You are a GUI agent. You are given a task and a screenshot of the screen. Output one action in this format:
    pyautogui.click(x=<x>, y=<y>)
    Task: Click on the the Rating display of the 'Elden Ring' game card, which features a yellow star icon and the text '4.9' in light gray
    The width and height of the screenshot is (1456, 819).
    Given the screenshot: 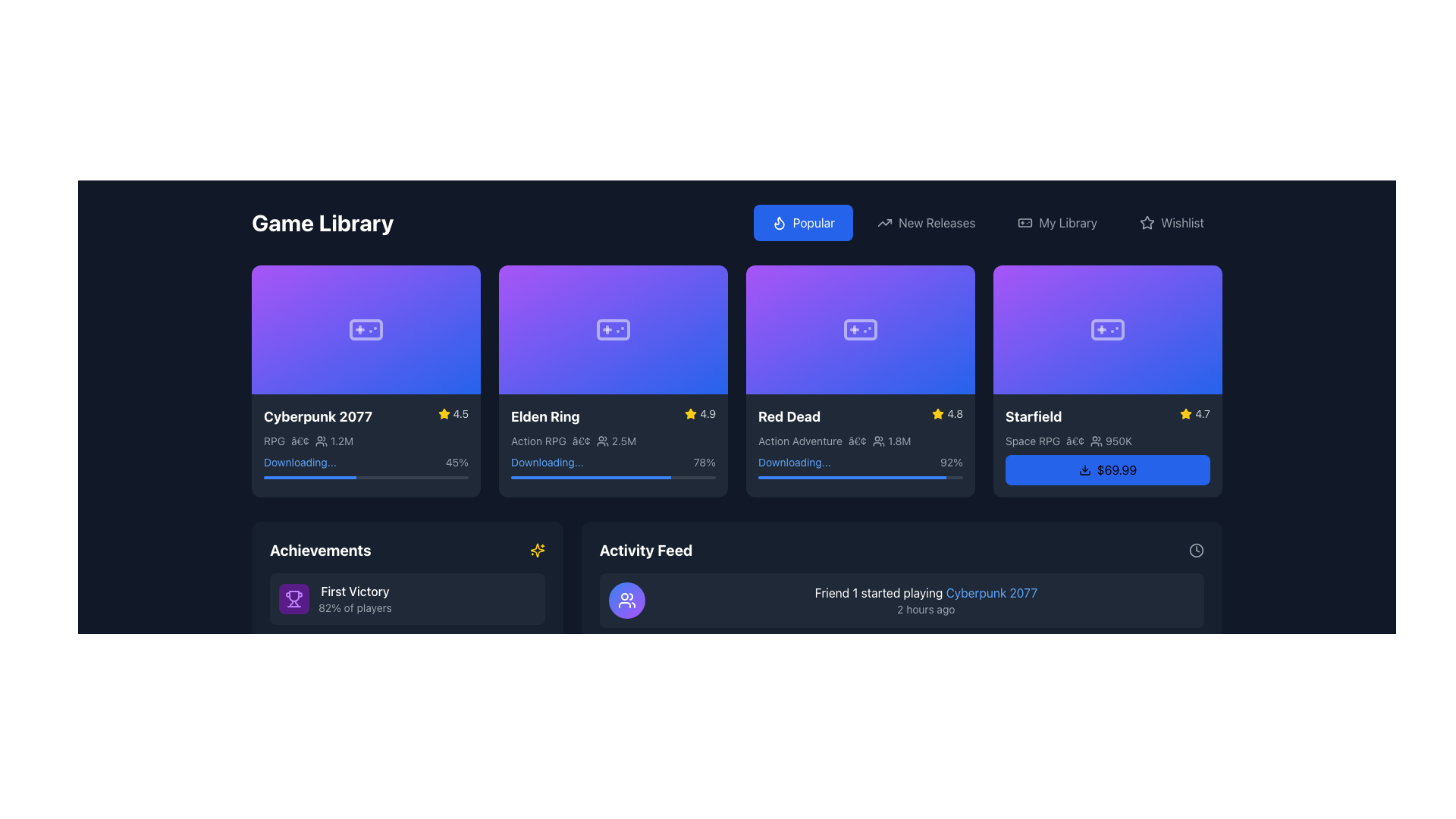 What is the action you would take?
    pyautogui.click(x=699, y=413)
    